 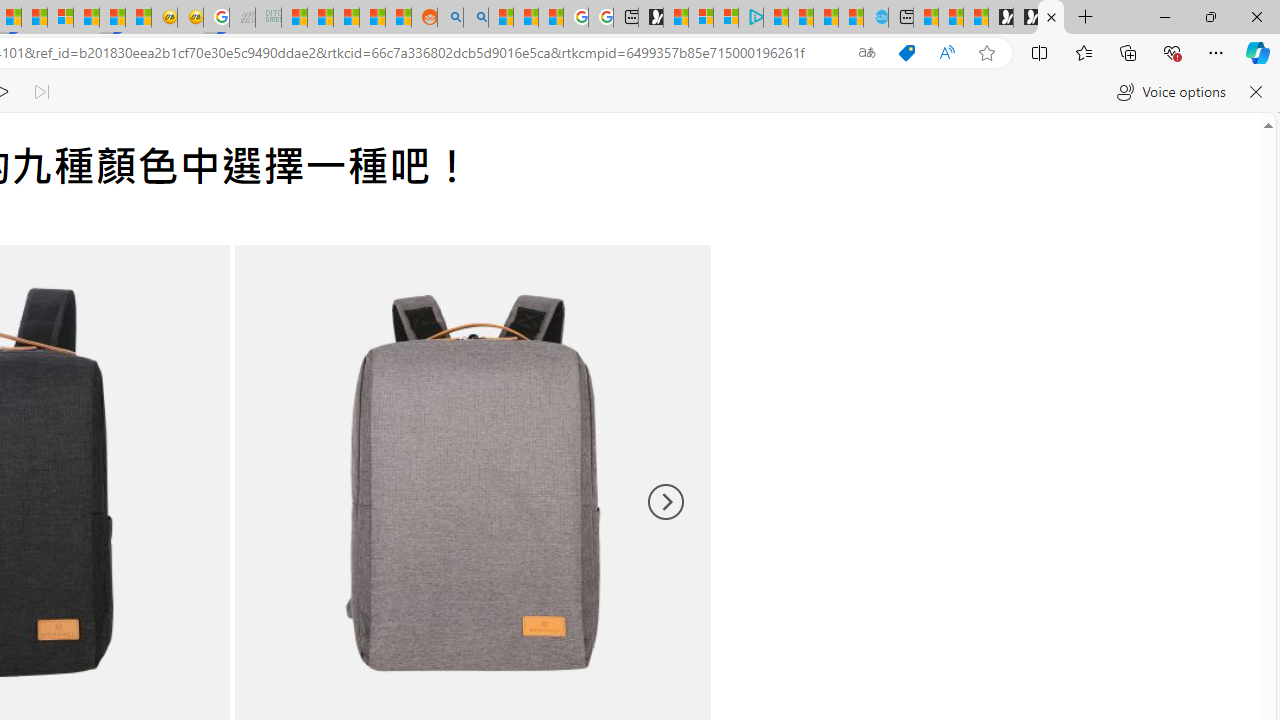 What do you see at coordinates (1215, 51) in the screenshot?
I see `'Settings and more (Alt+F)'` at bounding box center [1215, 51].